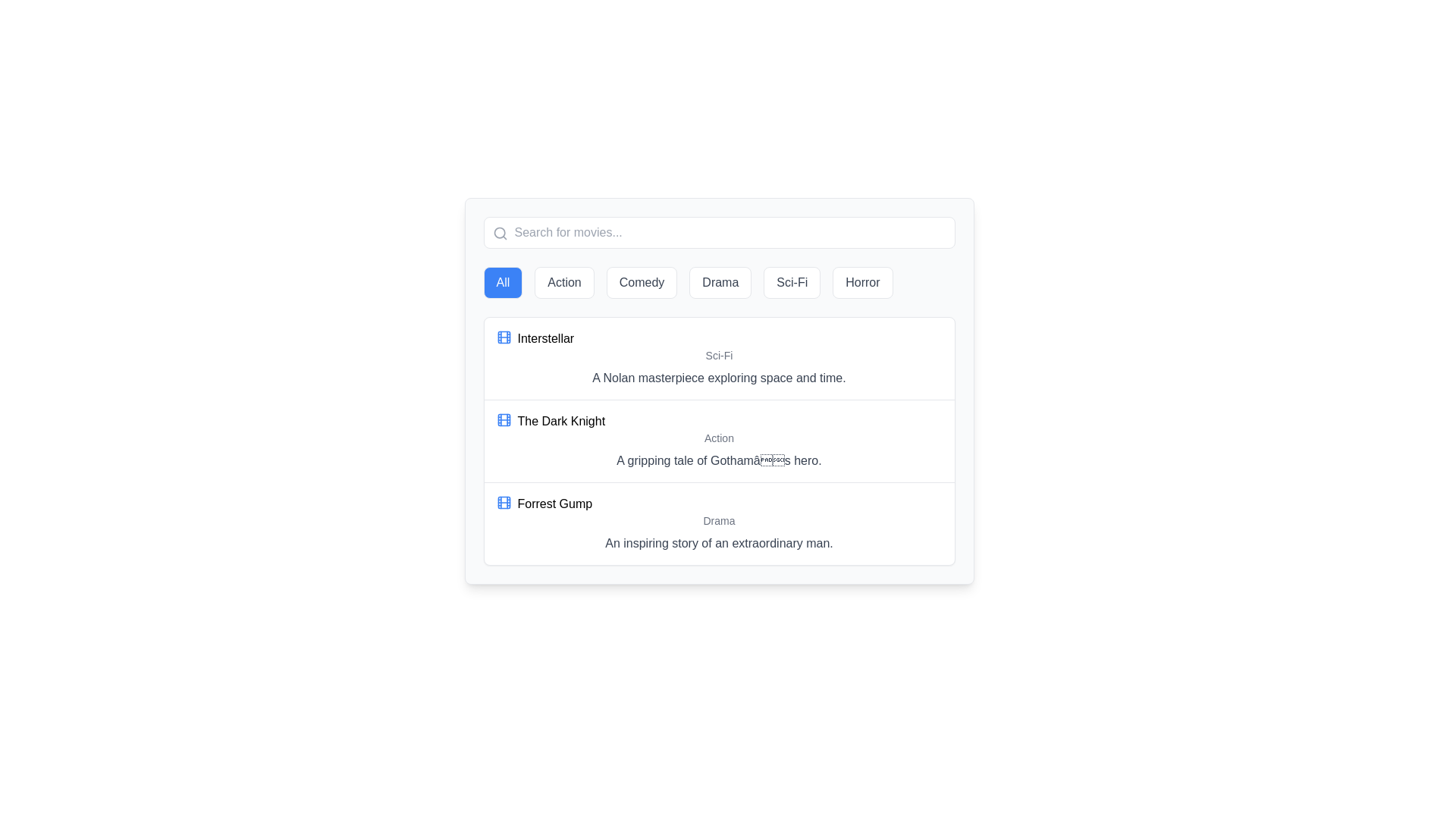 The width and height of the screenshot is (1456, 819). I want to click on text label that displays 'Forrest Gump', located in the third section of the movie list, beneath 'The Dark Knight', to the right of a film reel icon, so click(554, 504).